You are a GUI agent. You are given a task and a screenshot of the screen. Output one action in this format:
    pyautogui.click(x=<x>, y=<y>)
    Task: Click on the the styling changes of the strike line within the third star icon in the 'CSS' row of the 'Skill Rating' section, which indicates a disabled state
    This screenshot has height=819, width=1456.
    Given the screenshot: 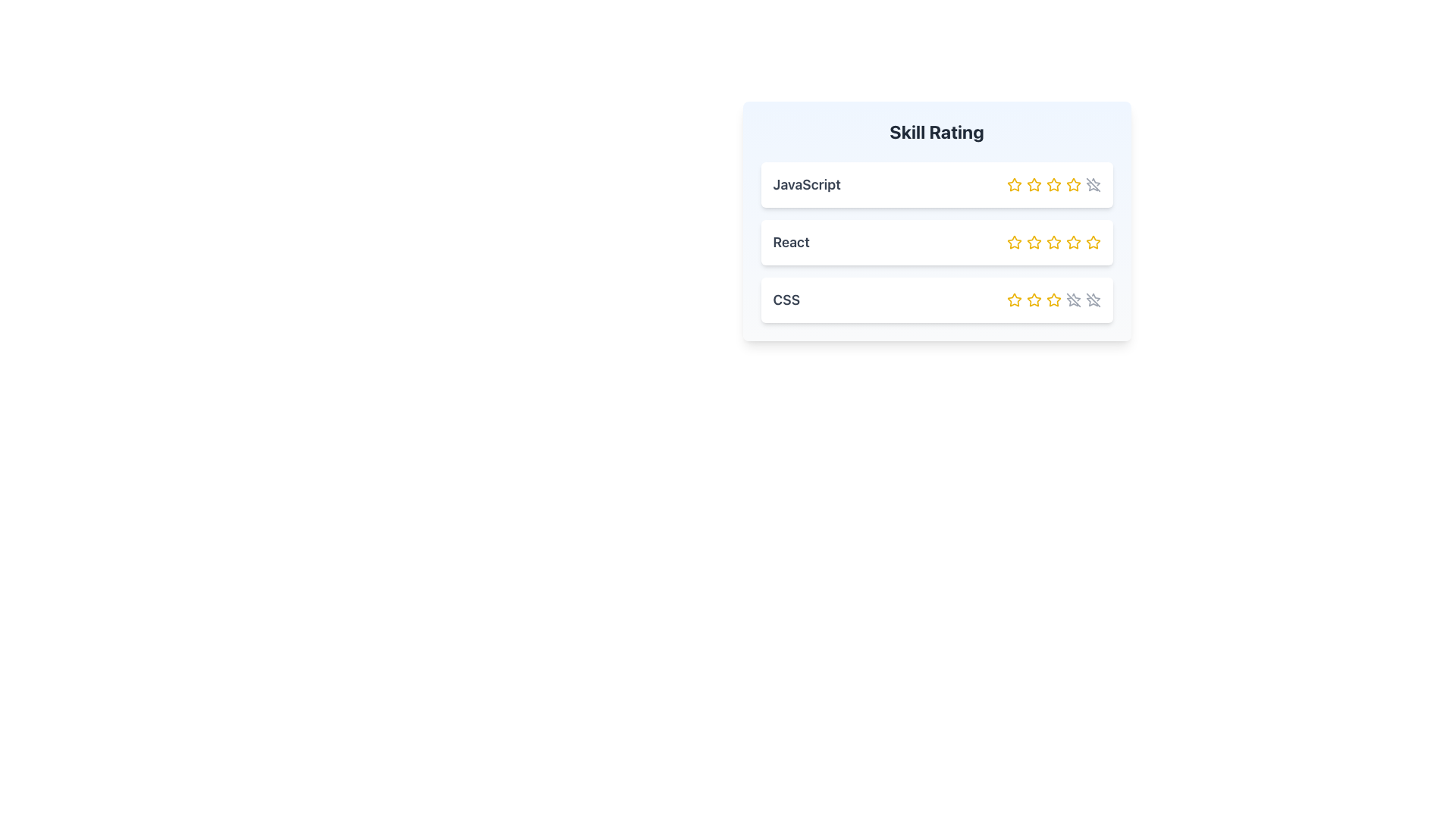 What is the action you would take?
    pyautogui.click(x=1093, y=300)
    